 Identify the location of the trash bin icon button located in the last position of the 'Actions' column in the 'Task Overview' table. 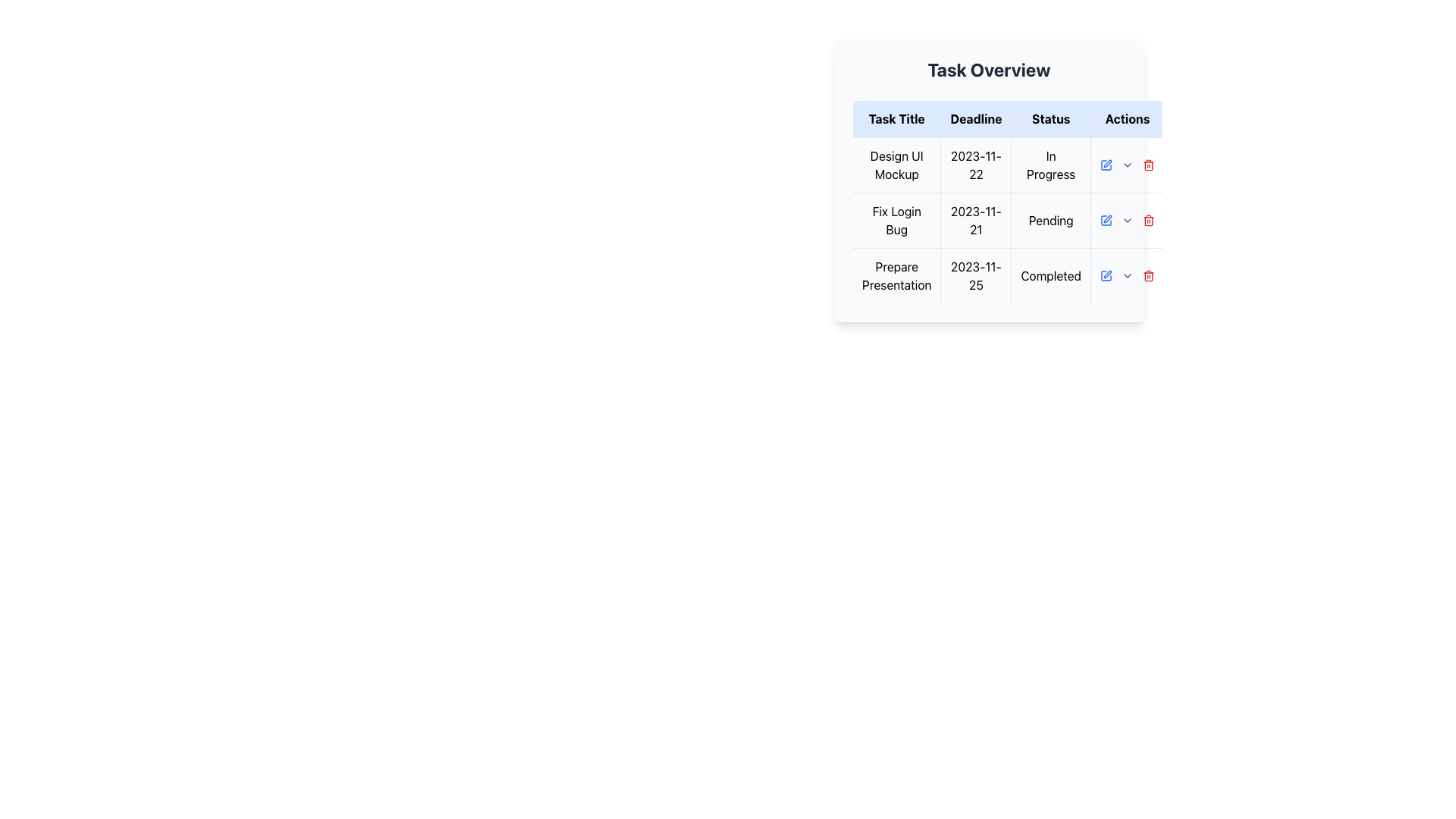
(1149, 165).